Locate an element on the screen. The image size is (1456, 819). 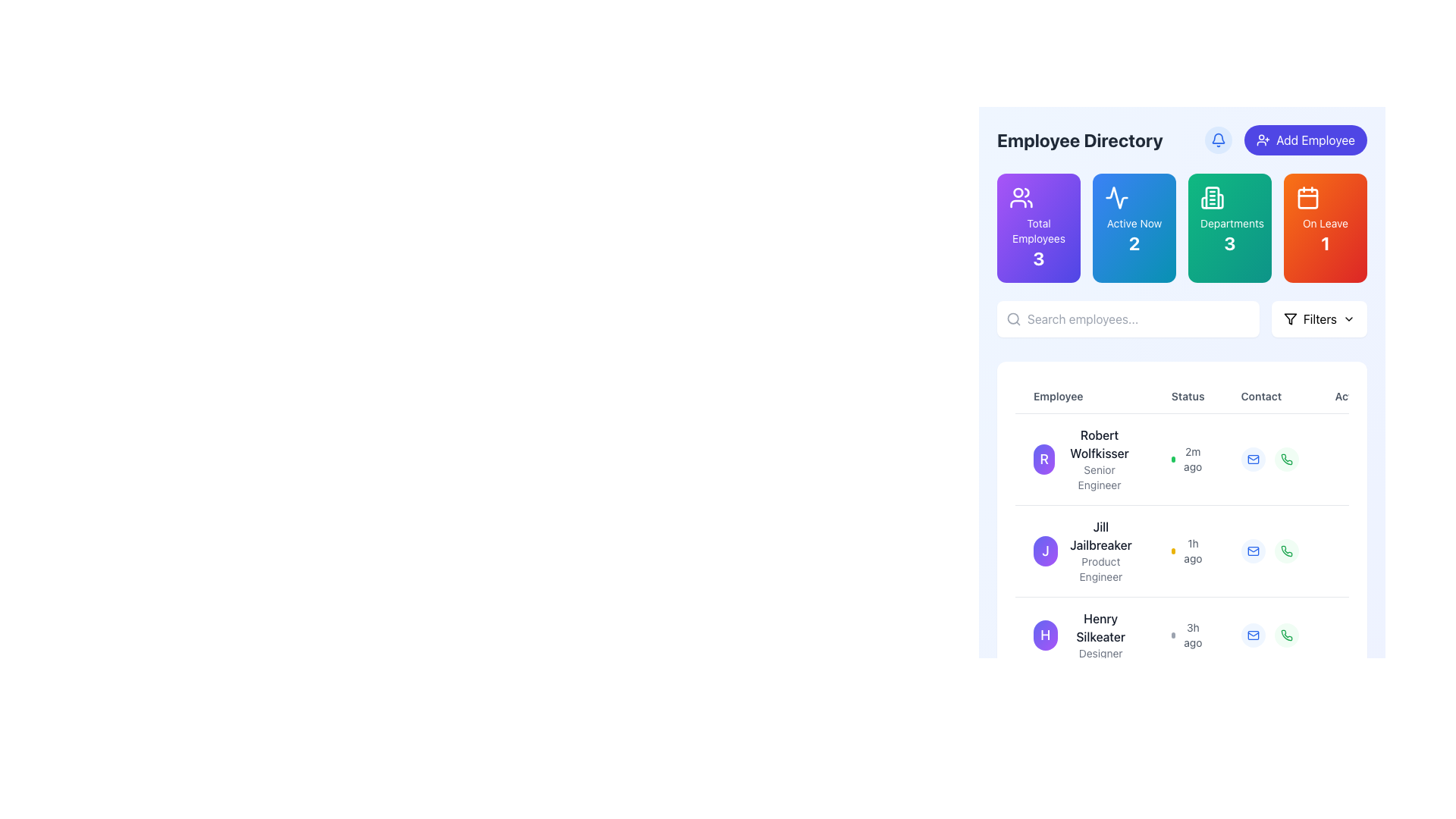
'Active Now' label displayed at the top center of the rounded rectangular card containing a gradient from blue to cyan, which is positioned above the numeric value '2' is located at coordinates (1134, 223).